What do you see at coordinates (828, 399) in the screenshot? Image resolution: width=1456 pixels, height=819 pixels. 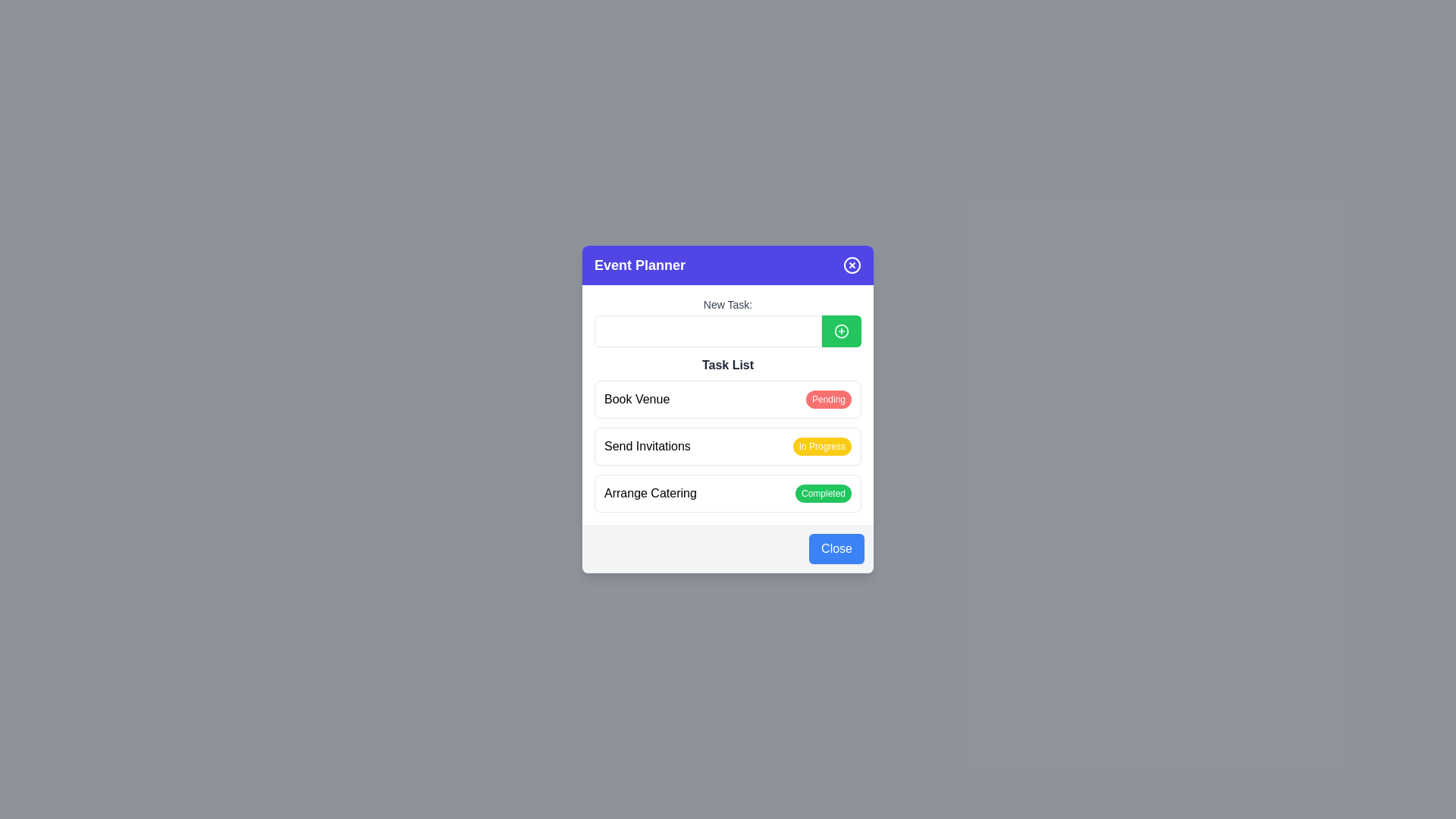 I see `the text of the Status Badge that indicates the status of the task 'Book Venue' as 'Pending', located on the right side of the list item` at bounding box center [828, 399].